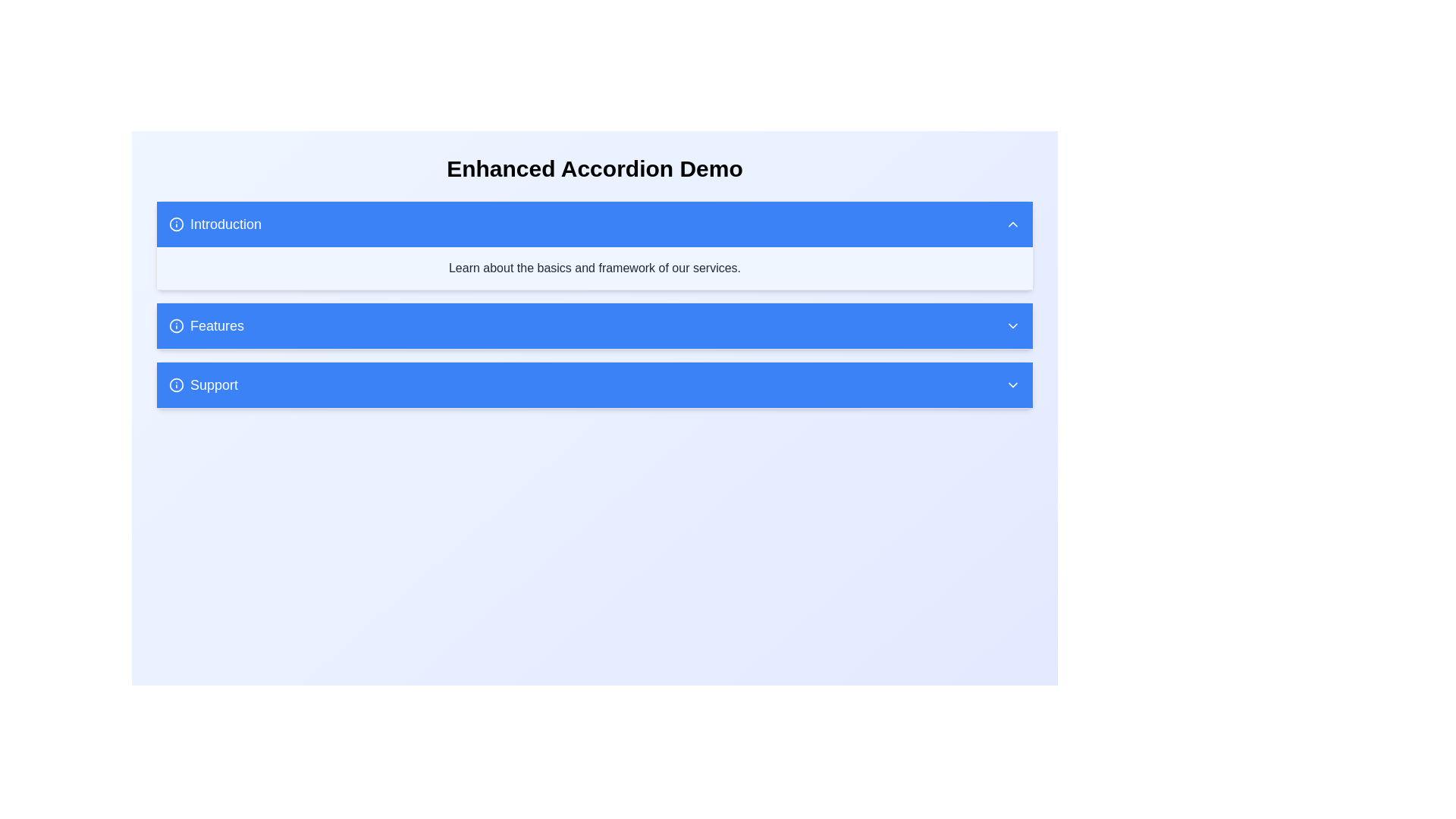 The image size is (1456, 819). Describe the element at coordinates (1012, 384) in the screenshot. I see `the Dropdown indicator icon, which is a downward-pointing arrow located on the right edge of the 'Support' button` at that location.